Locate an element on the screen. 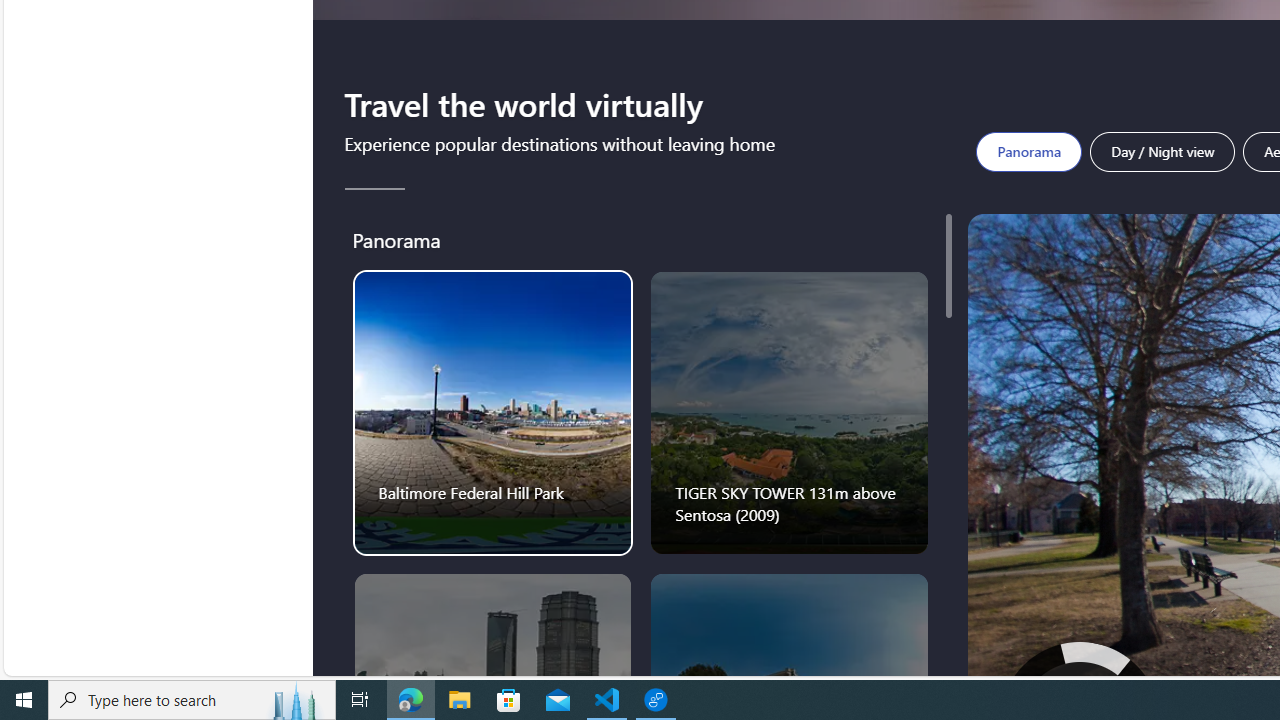 This screenshot has width=1280, height=720. 'Day / Night view' is located at coordinates (1163, 150).